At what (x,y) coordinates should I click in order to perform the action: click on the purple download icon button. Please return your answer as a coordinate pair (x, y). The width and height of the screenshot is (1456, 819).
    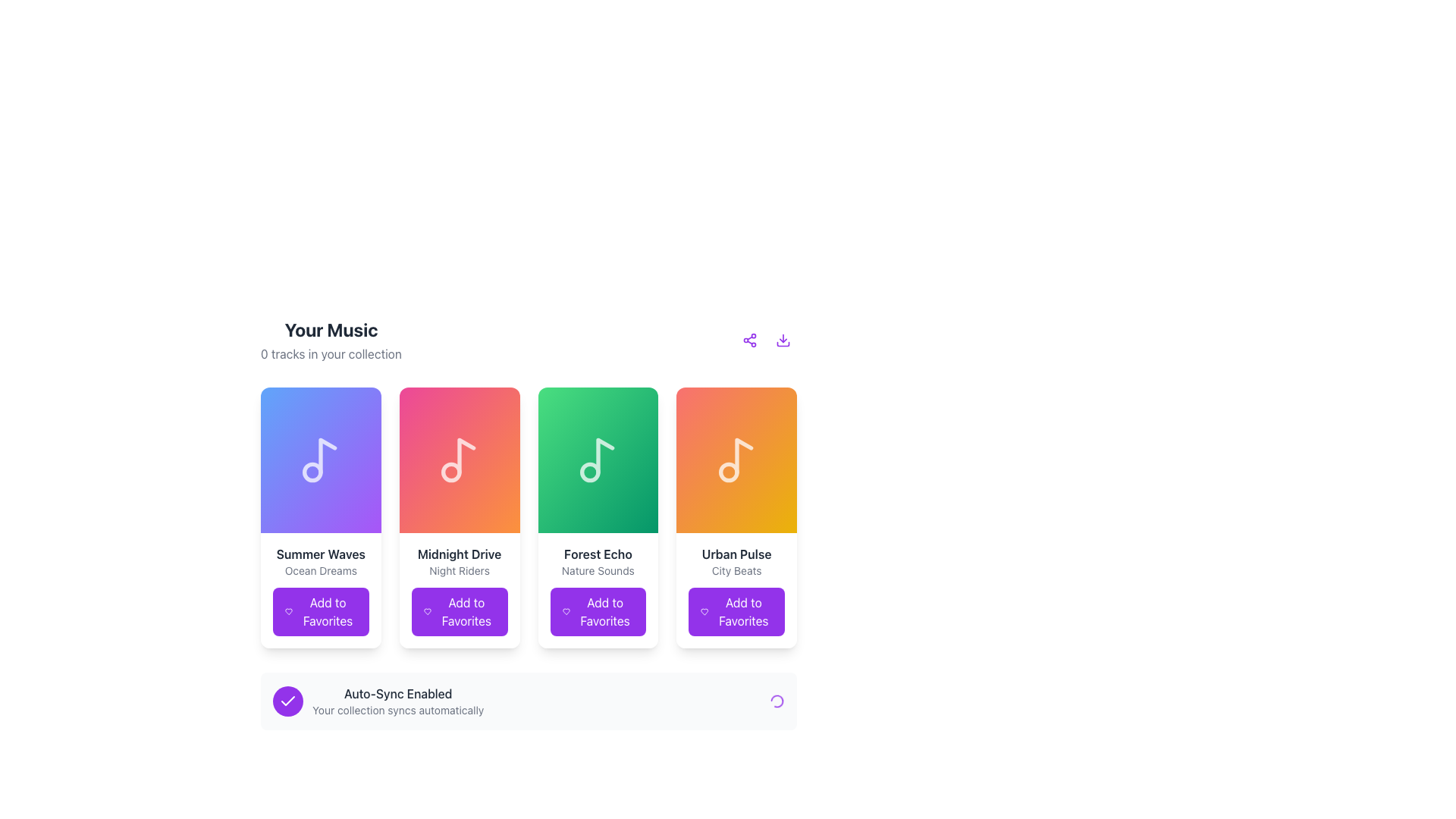
    Looking at the image, I should click on (783, 339).